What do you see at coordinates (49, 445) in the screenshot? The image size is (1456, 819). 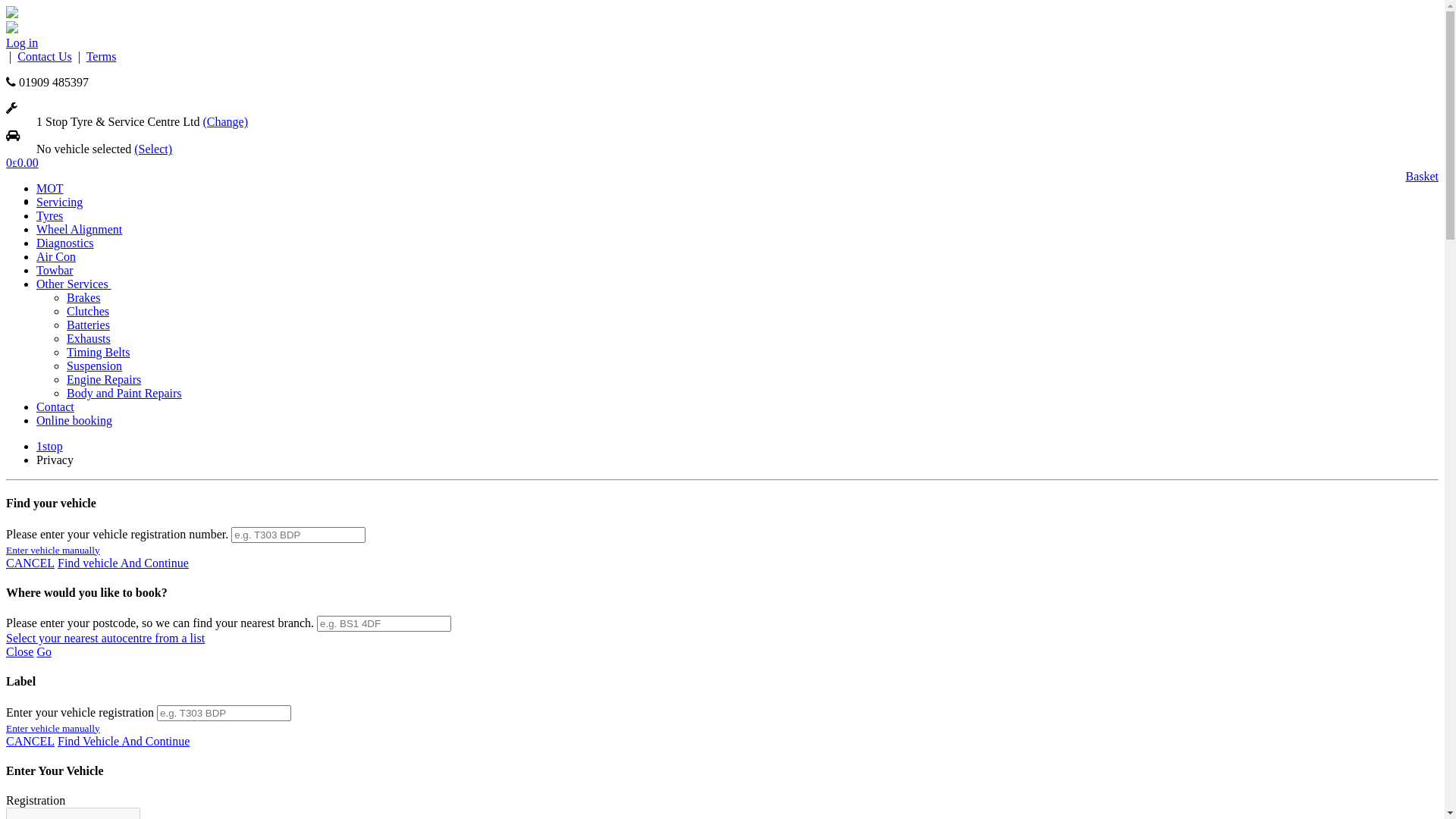 I see `'1stop'` at bounding box center [49, 445].